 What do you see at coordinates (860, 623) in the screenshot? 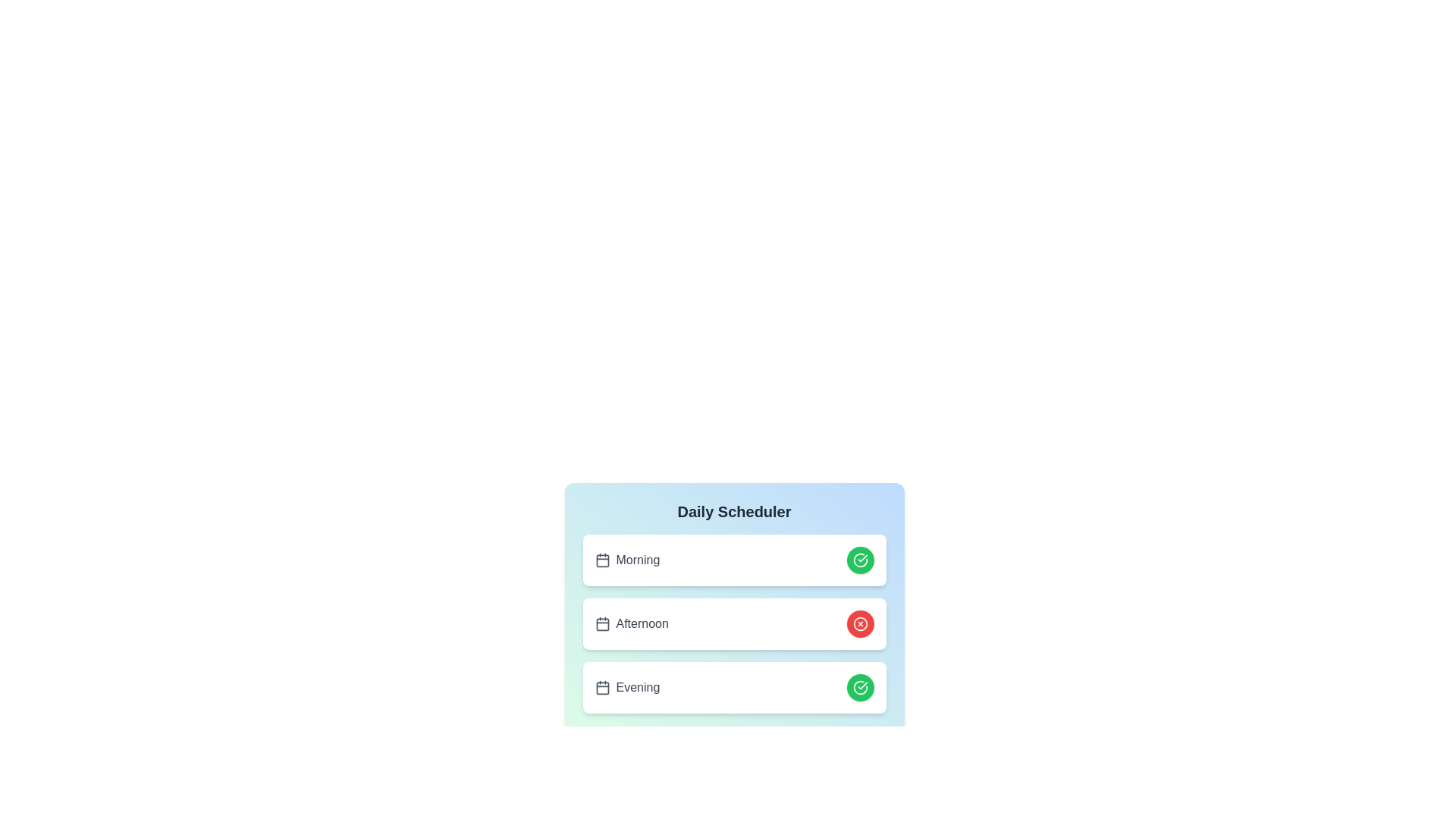
I see `red button corresponding to 'Afternoon' to toggle its schedule status` at bounding box center [860, 623].